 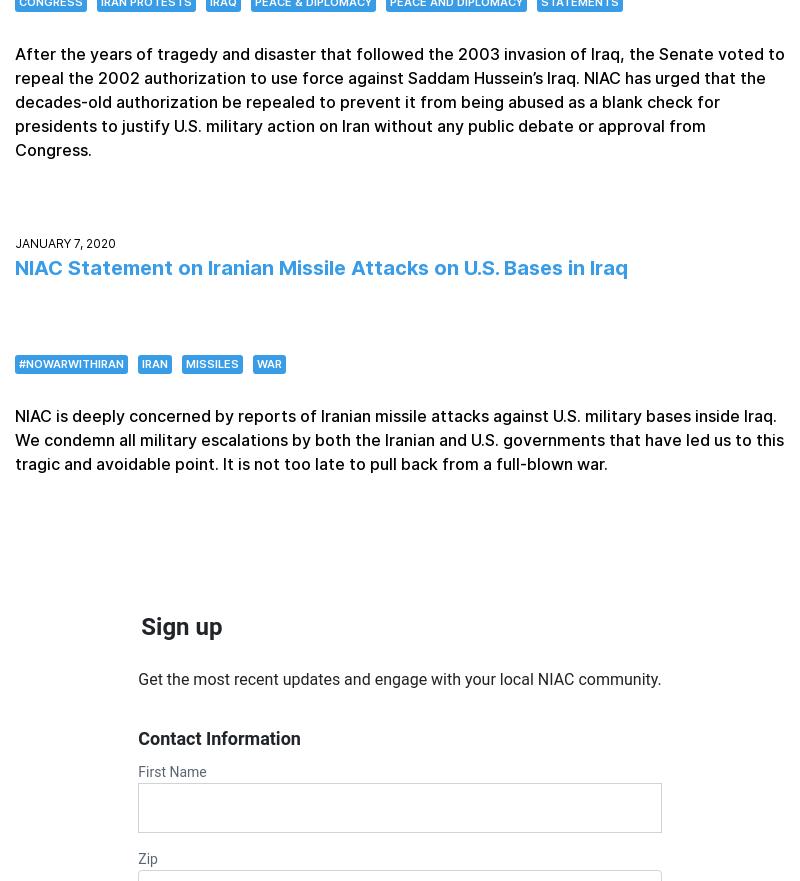 What do you see at coordinates (71, 361) in the screenshot?
I see `'#NoWarWithIran'` at bounding box center [71, 361].